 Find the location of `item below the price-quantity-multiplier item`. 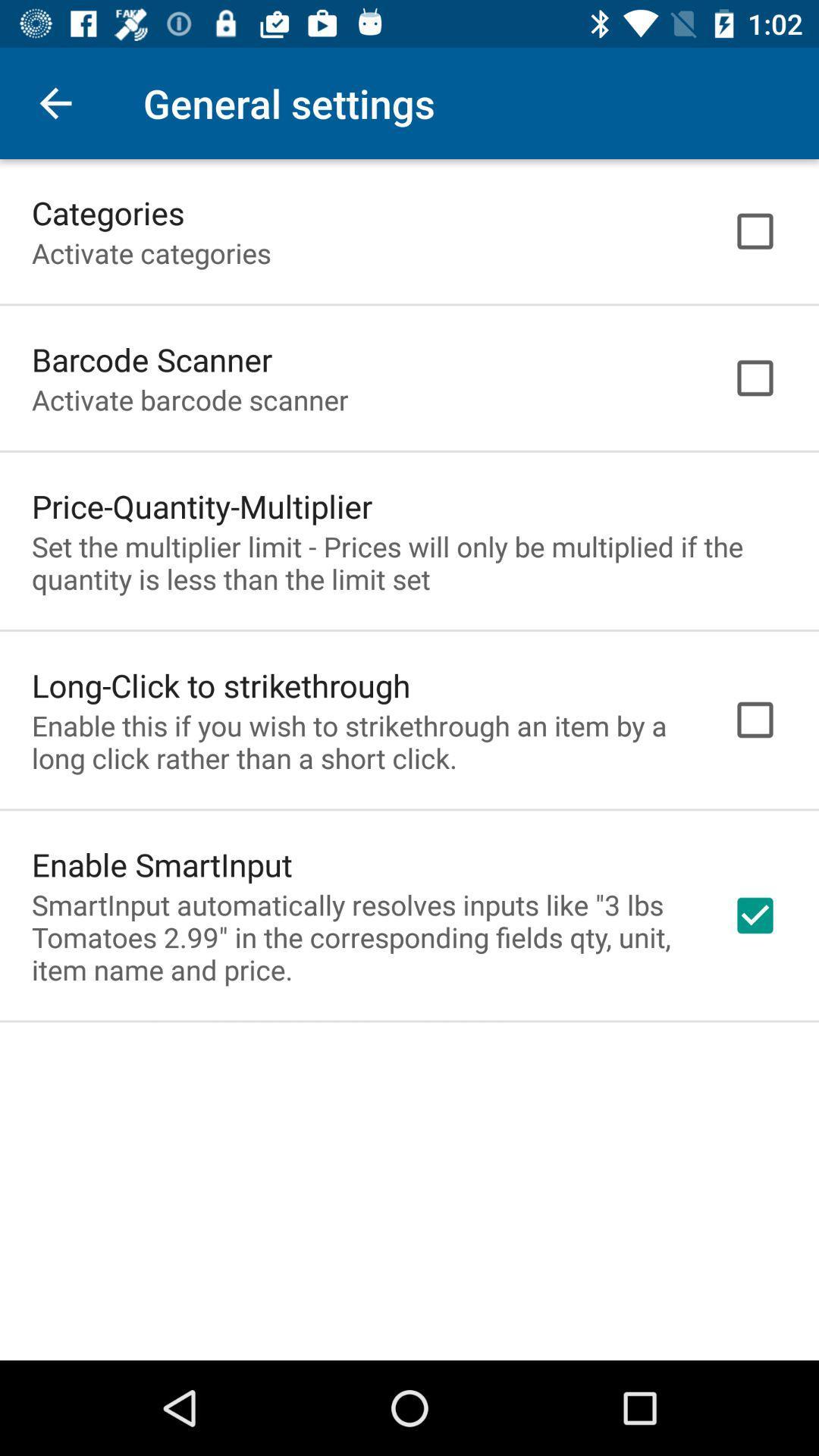

item below the price-quantity-multiplier item is located at coordinates (409, 562).